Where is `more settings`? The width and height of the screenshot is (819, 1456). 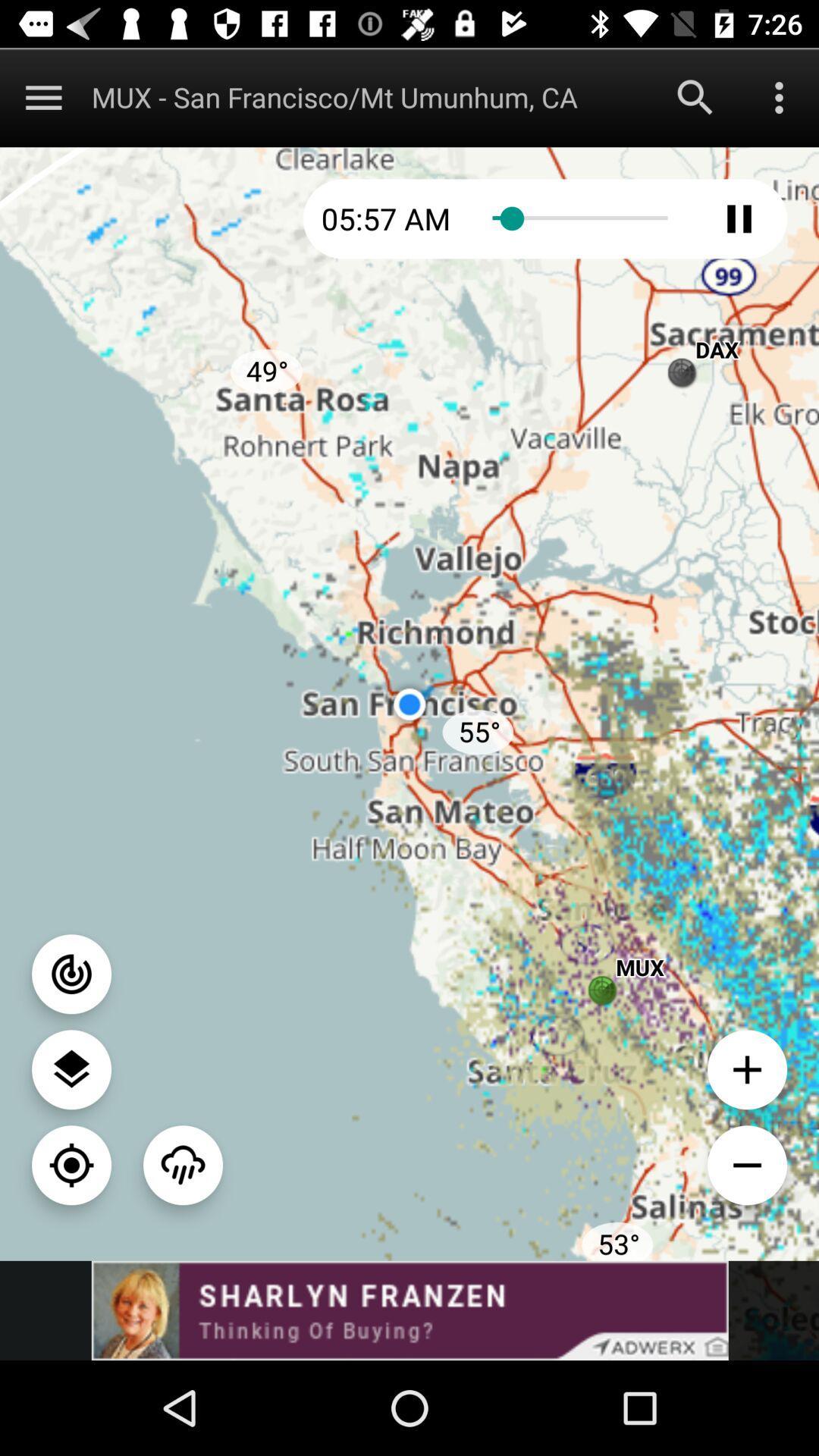 more settings is located at coordinates (779, 96).